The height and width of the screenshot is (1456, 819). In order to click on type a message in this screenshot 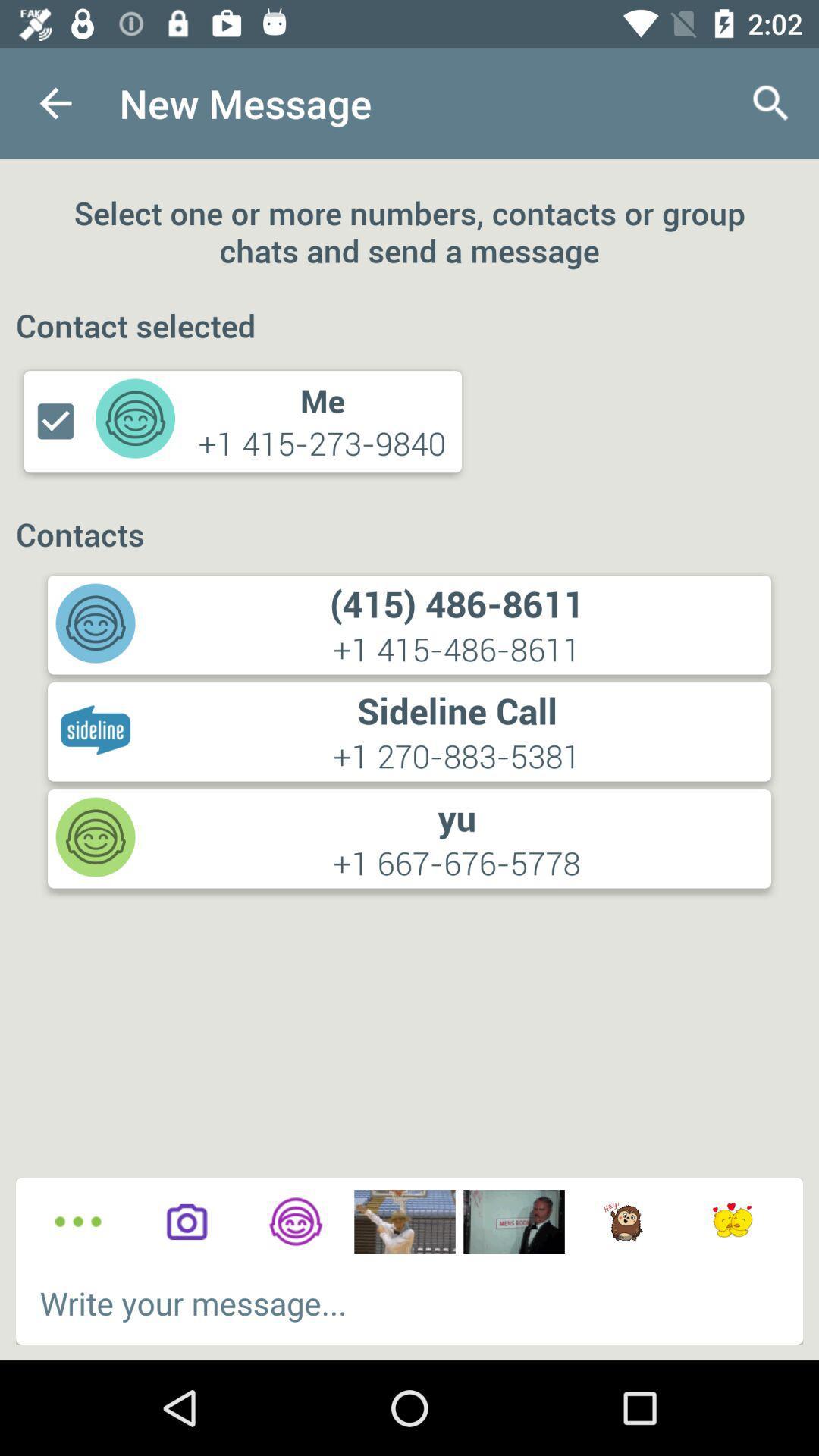, I will do `click(409, 1302)`.